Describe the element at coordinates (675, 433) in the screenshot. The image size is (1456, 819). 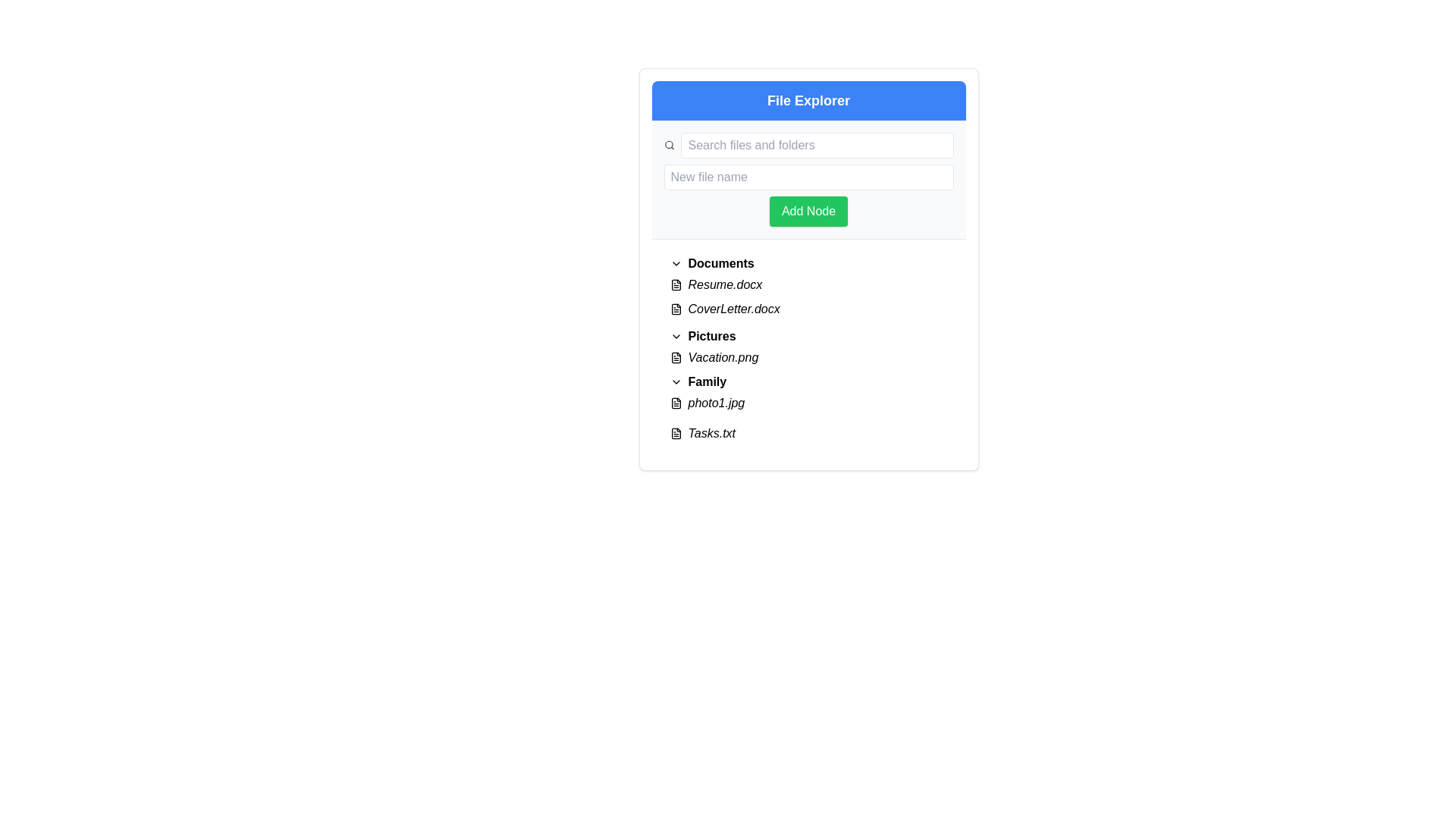
I see `the file icon resembling a document with a folded upper-right corner` at that location.